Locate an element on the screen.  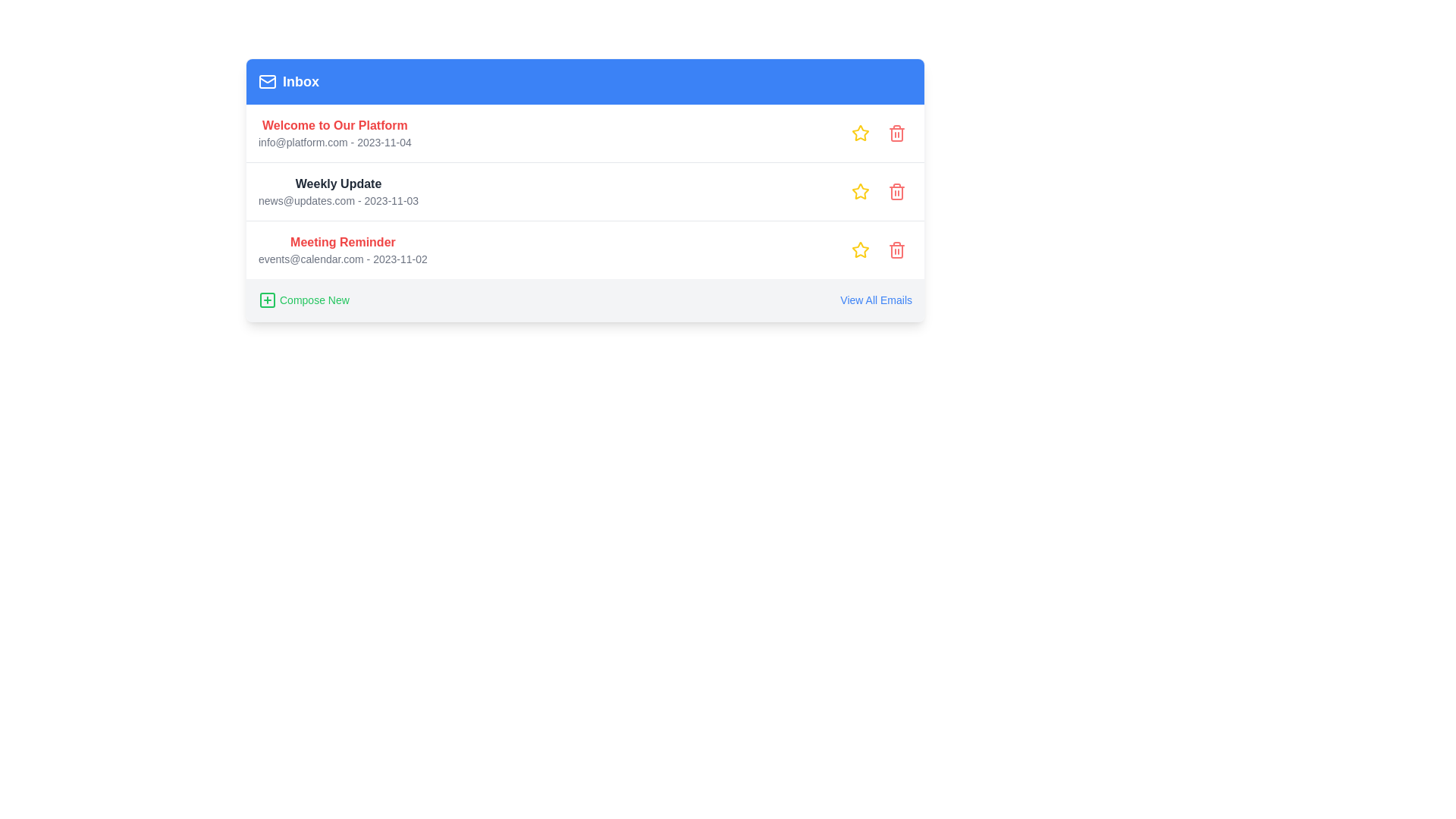
the delete button icon located in the rightmost column of the first row's content is located at coordinates (896, 133).